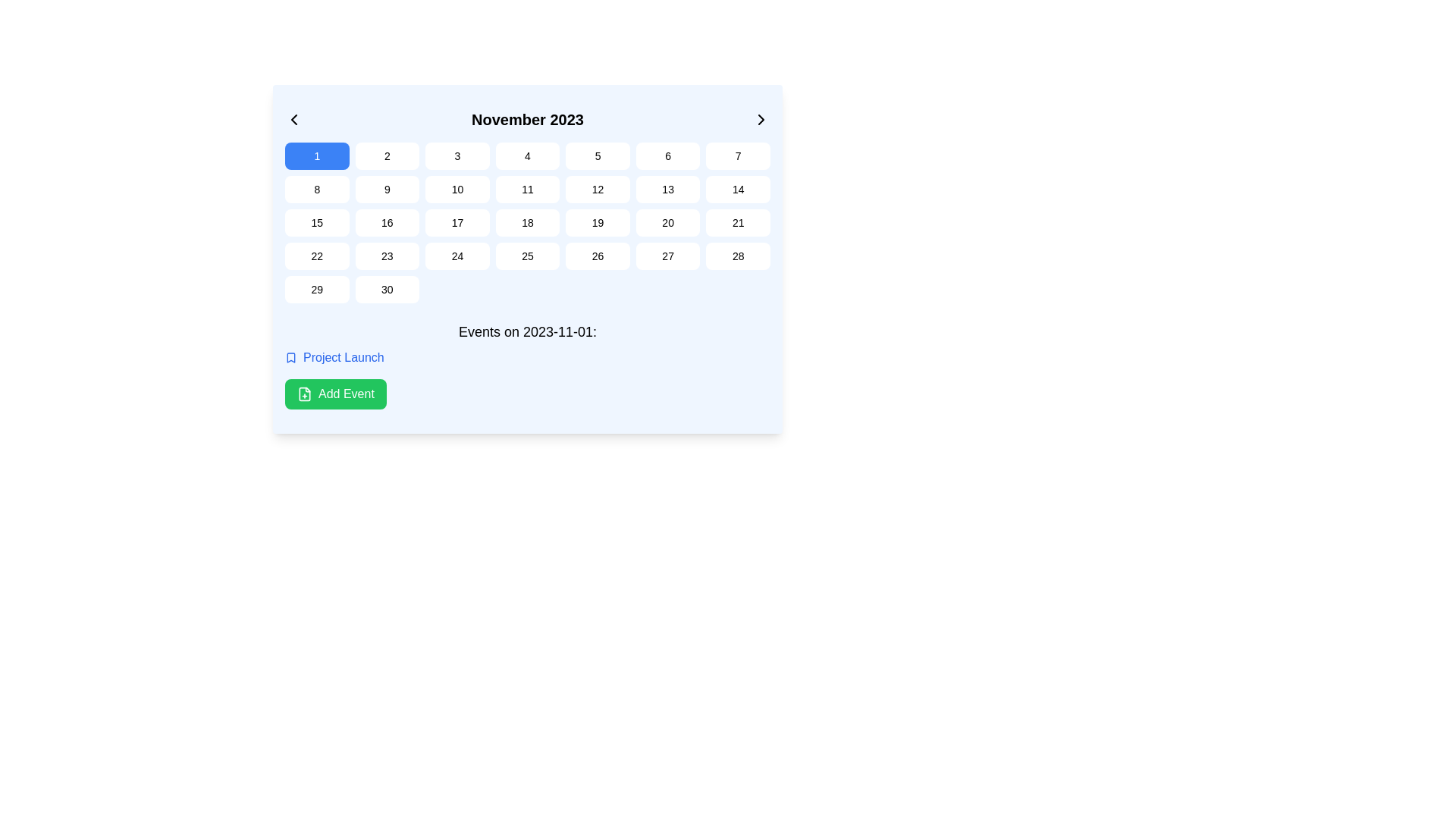 The height and width of the screenshot is (819, 1456). I want to click on the rounded rectangular button labeled '12' in the second row and sixth column of the calendar grid for November 2023, so click(597, 189).